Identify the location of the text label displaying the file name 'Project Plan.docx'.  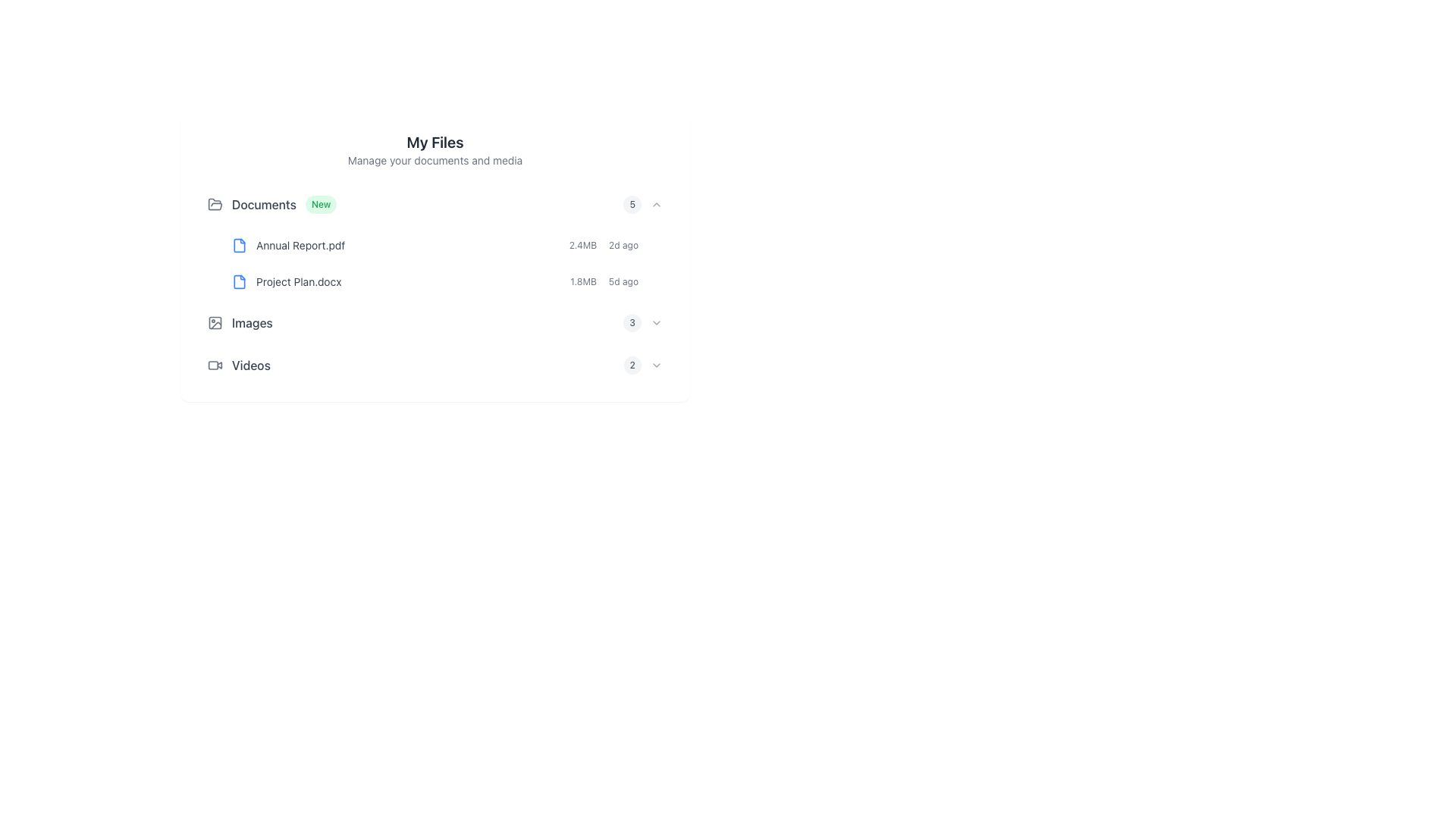
(287, 281).